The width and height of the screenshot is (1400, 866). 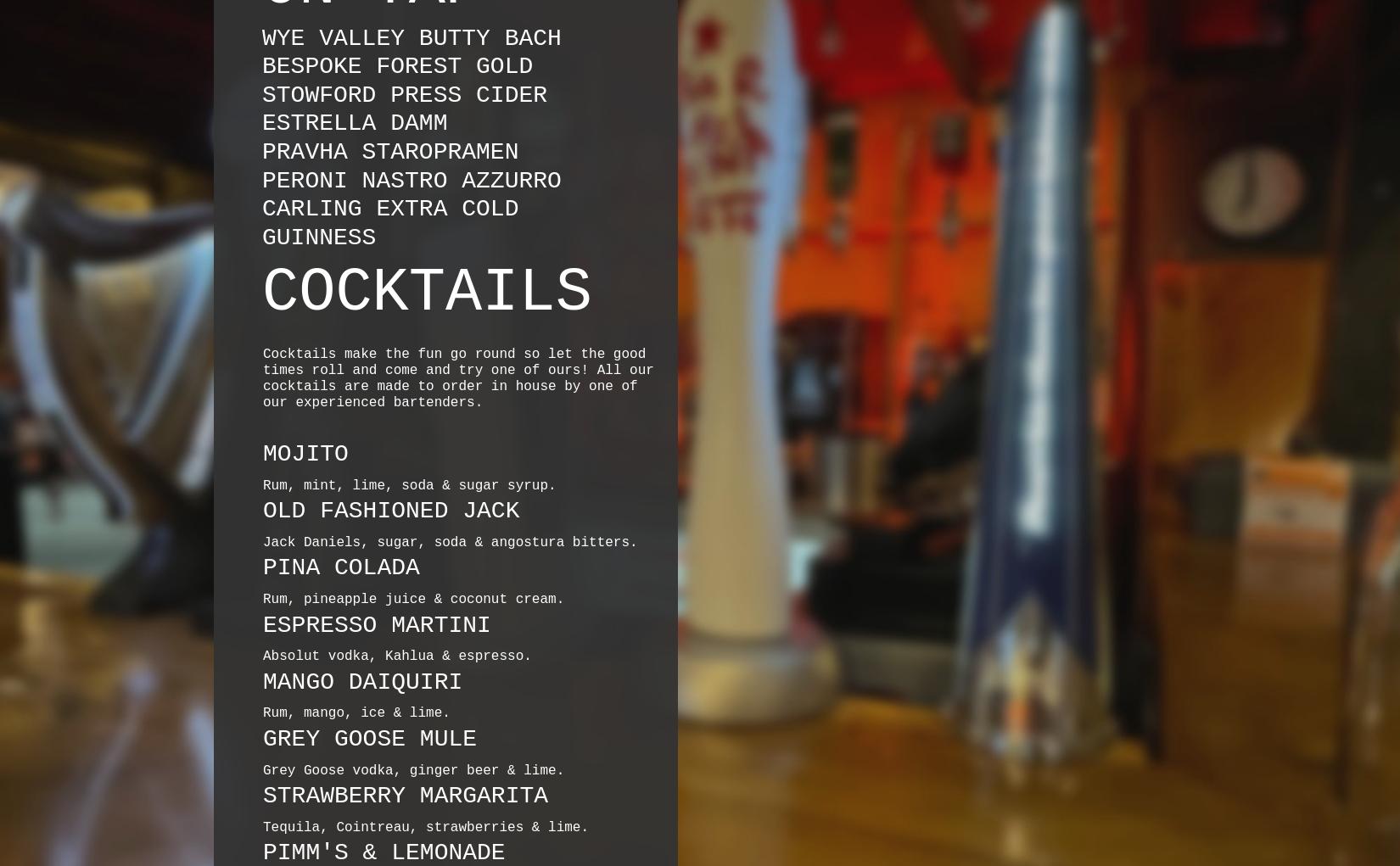 What do you see at coordinates (408, 483) in the screenshot?
I see `'Rum, mint, lime, soda & sugar syrup.'` at bounding box center [408, 483].